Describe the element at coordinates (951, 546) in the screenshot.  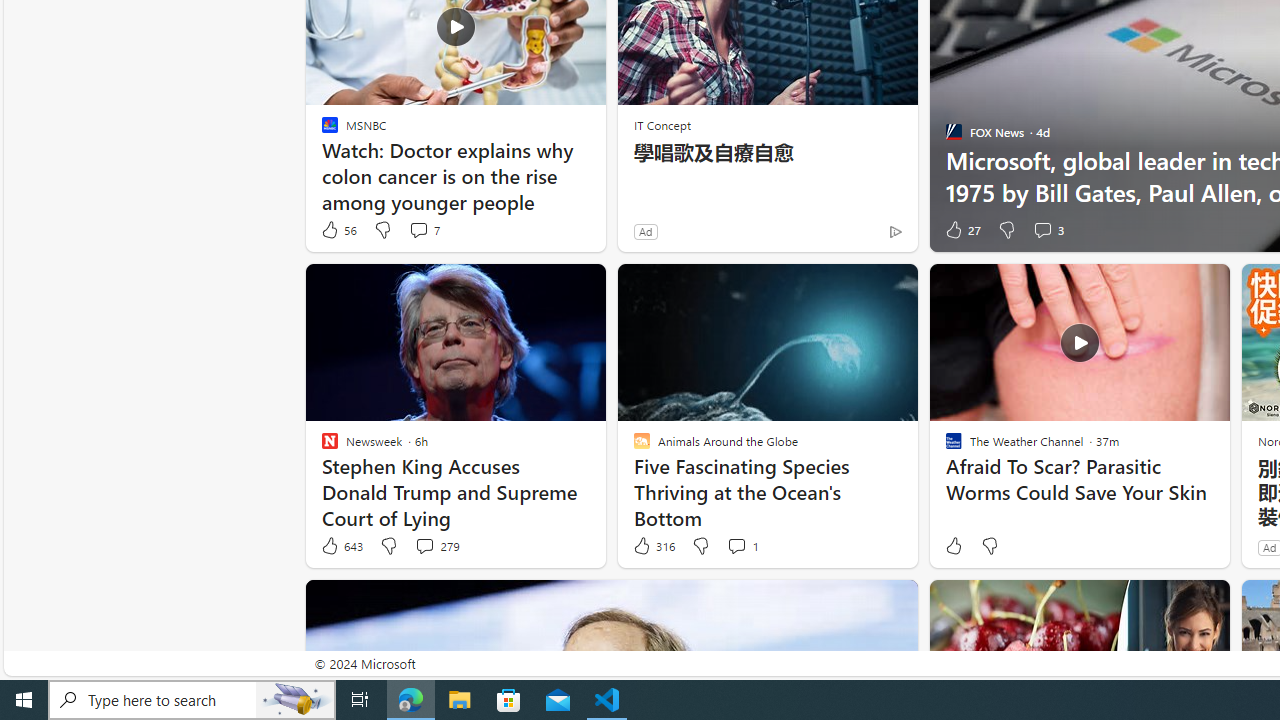
I see `'Like'` at that location.